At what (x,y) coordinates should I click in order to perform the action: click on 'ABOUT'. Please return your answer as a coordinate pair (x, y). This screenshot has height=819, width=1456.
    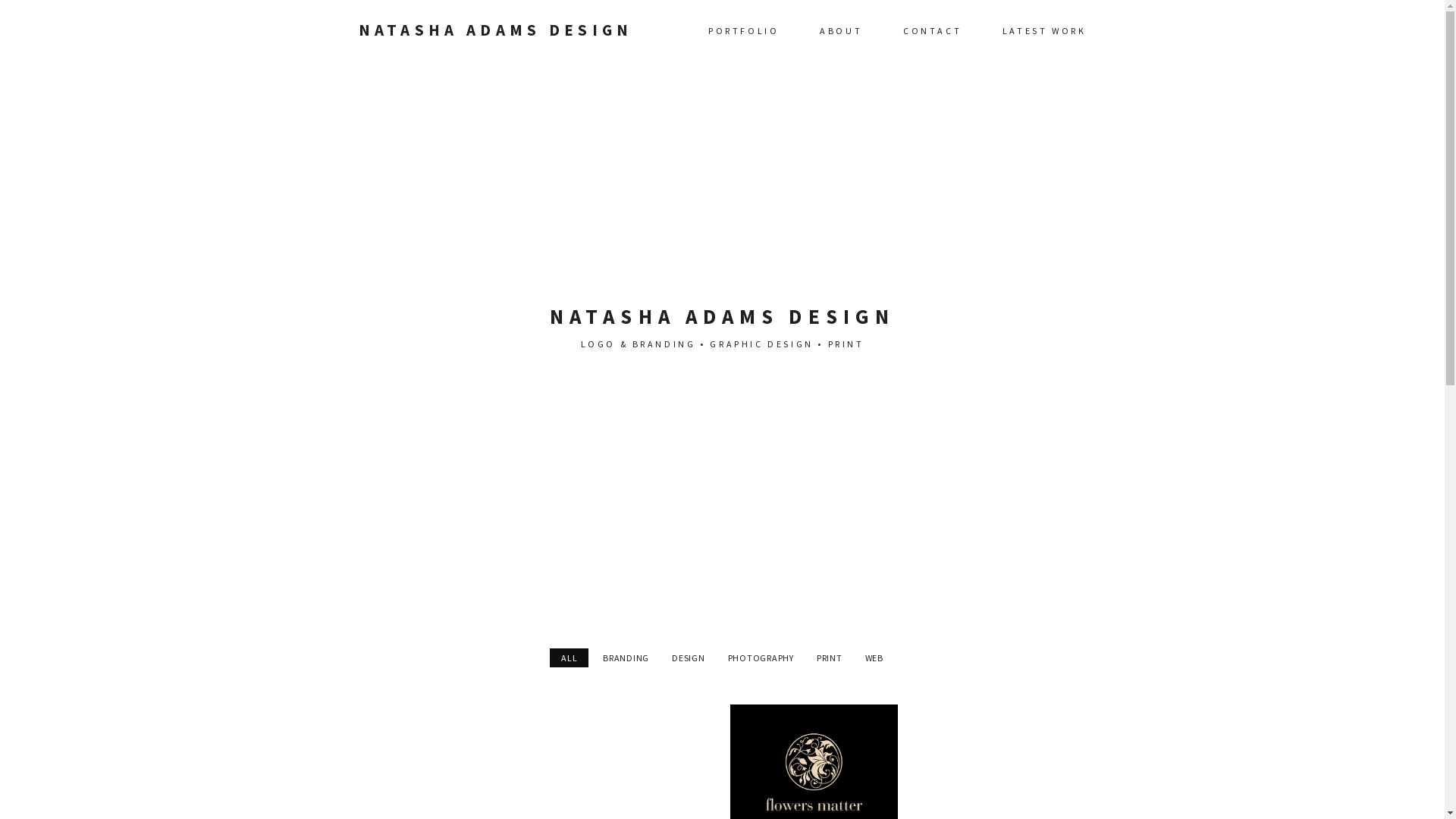
    Looking at the image, I should click on (839, 30).